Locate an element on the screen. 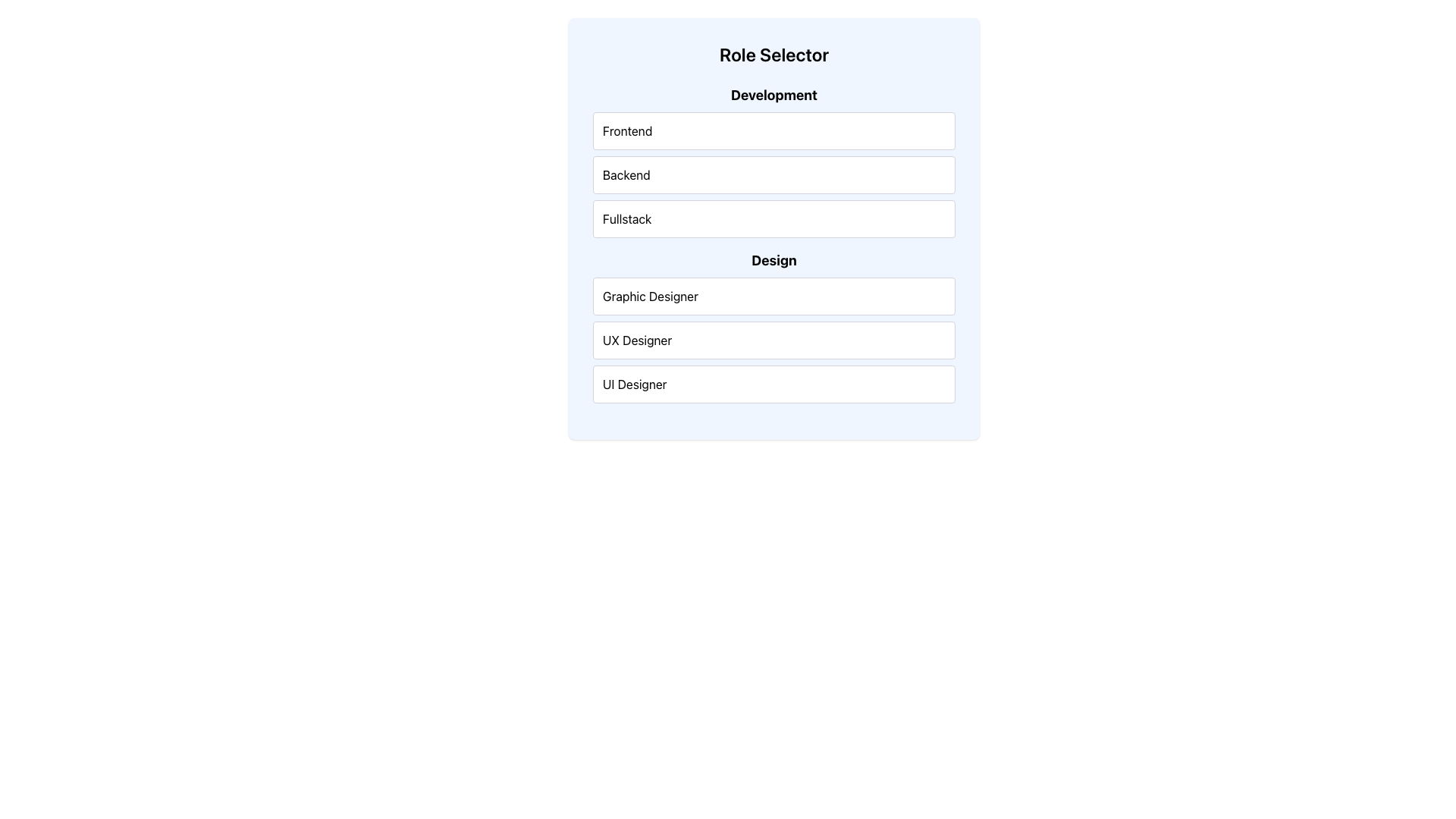 This screenshot has height=819, width=1456. the selectable list item labeled 'Graphic Designer' is located at coordinates (774, 296).